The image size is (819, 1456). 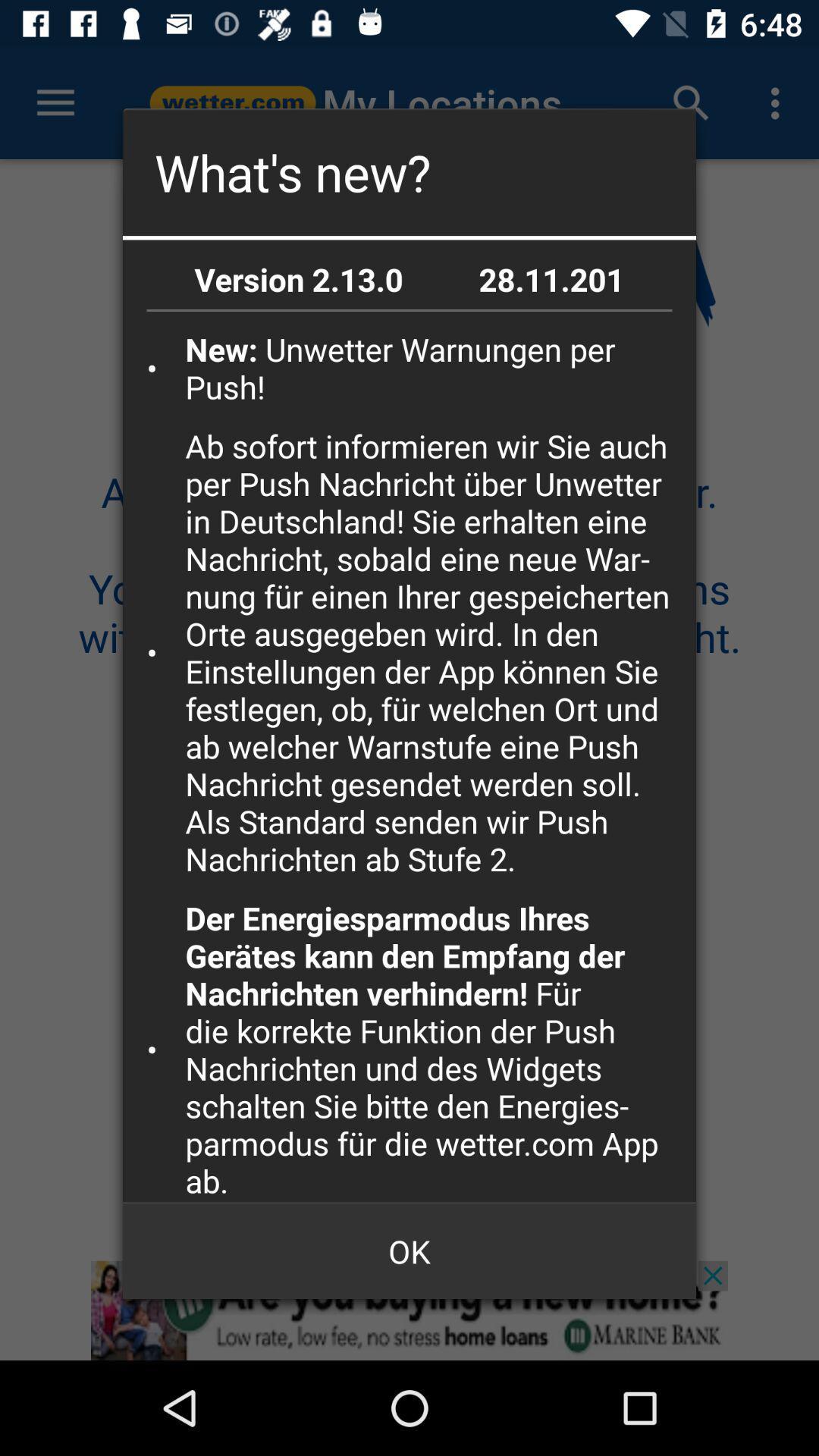 What do you see at coordinates (409, 1251) in the screenshot?
I see `ok` at bounding box center [409, 1251].